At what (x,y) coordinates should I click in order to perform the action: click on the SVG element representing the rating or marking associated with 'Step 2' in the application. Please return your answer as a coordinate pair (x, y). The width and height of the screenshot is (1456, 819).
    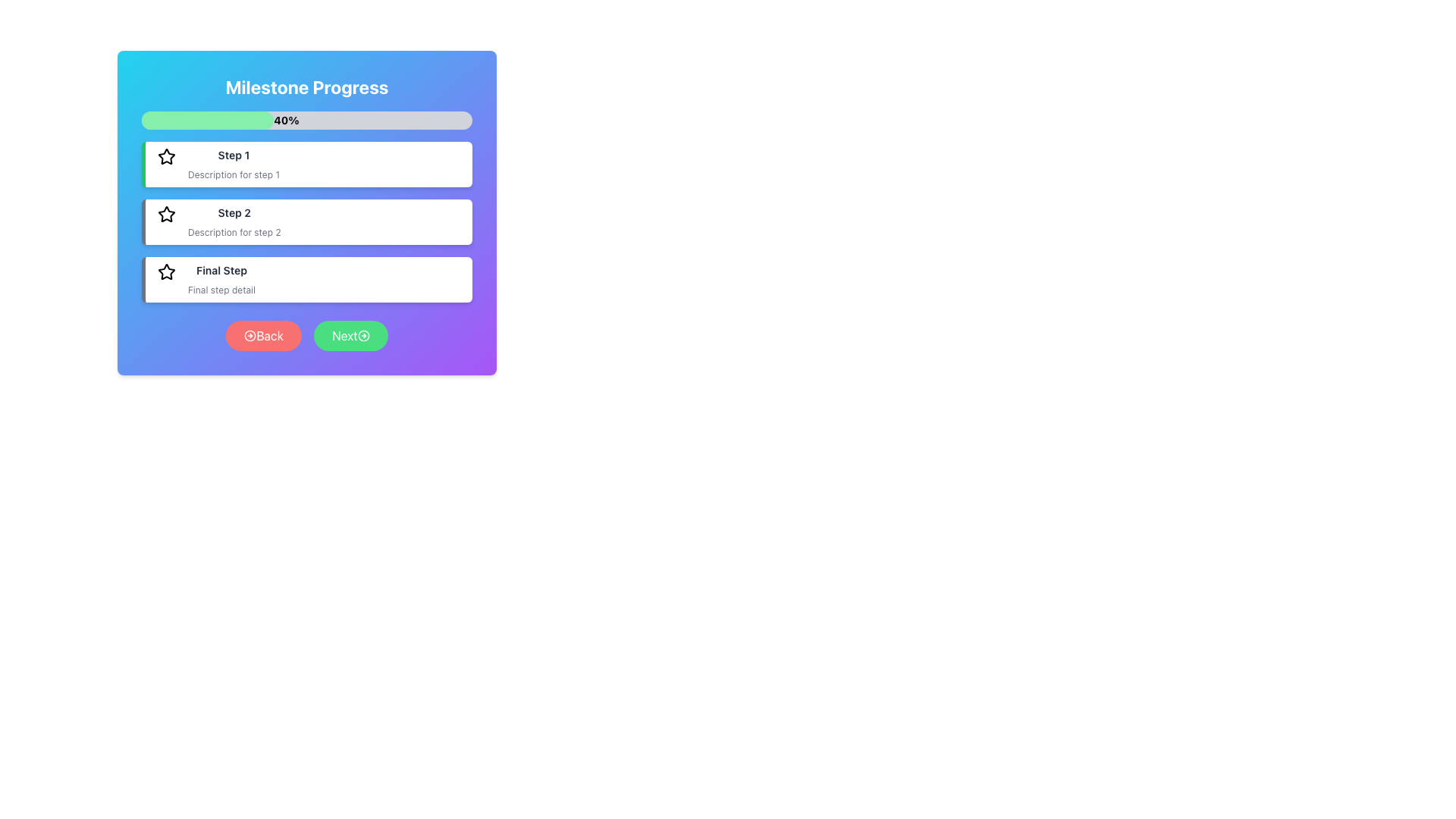
    Looking at the image, I should click on (167, 214).